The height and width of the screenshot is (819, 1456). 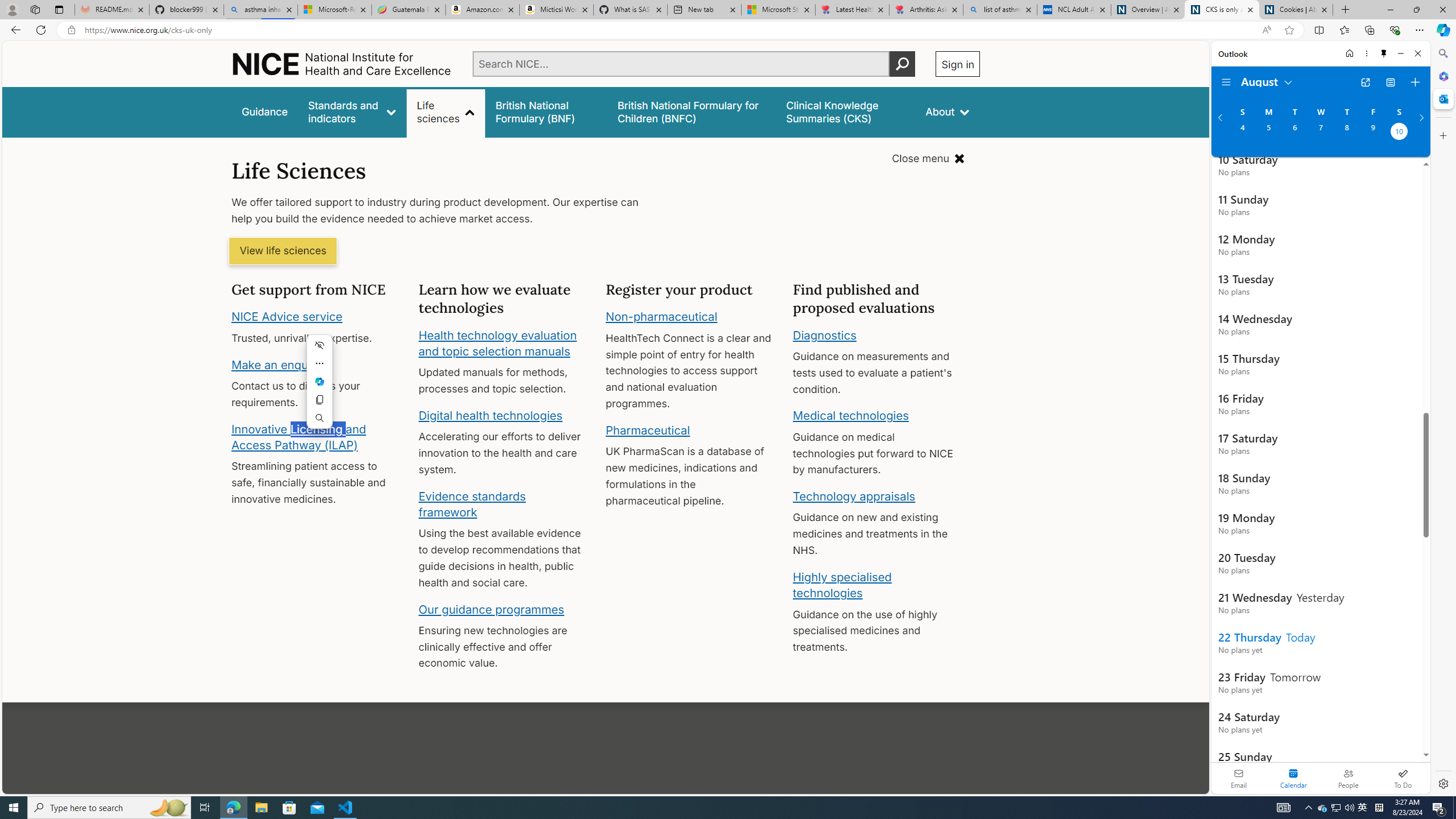 I want to click on 'Create event', so click(x=1414, y=82).